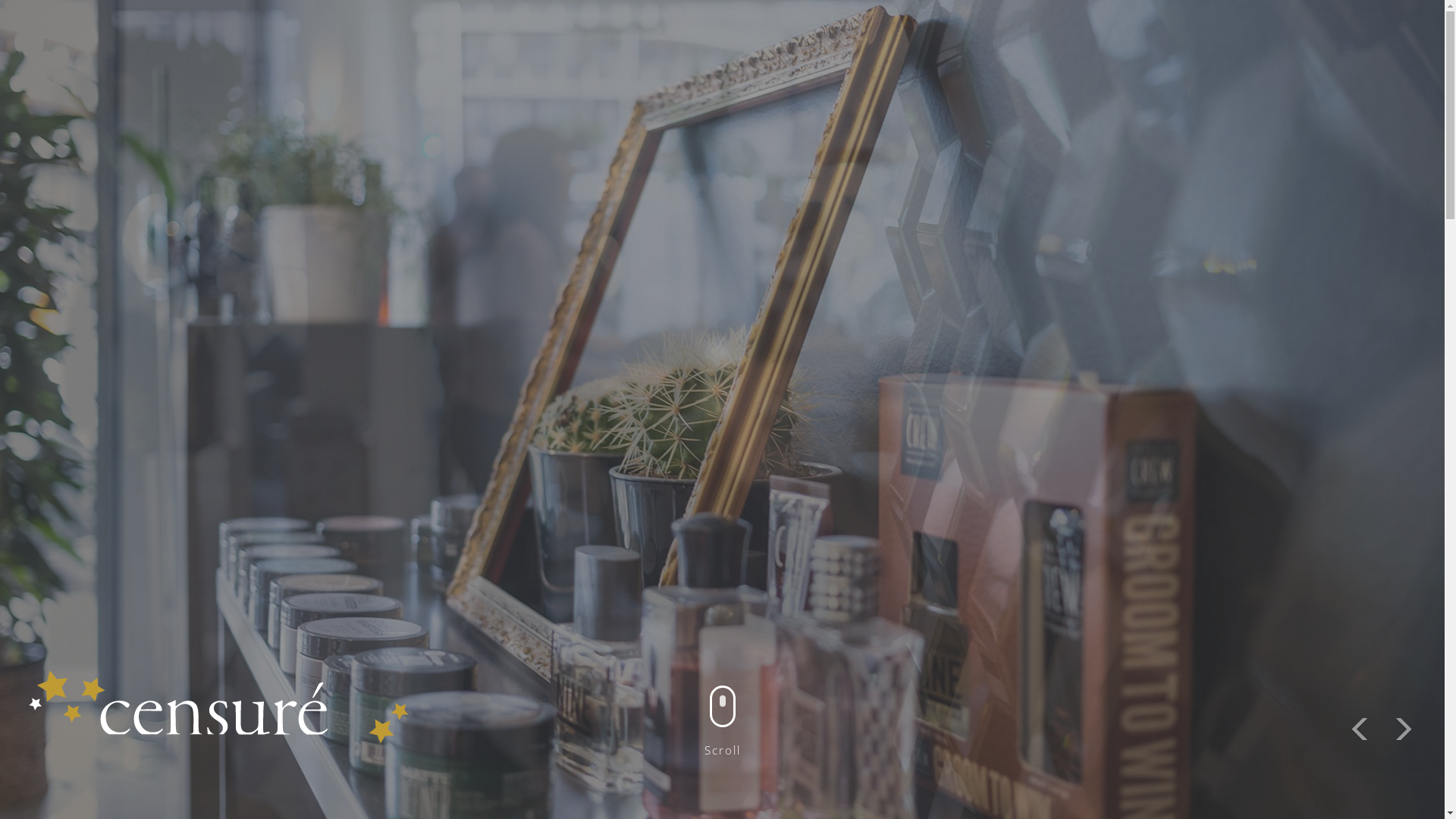  Describe the element at coordinates (1401, 730) in the screenshot. I see `'Next'` at that location.